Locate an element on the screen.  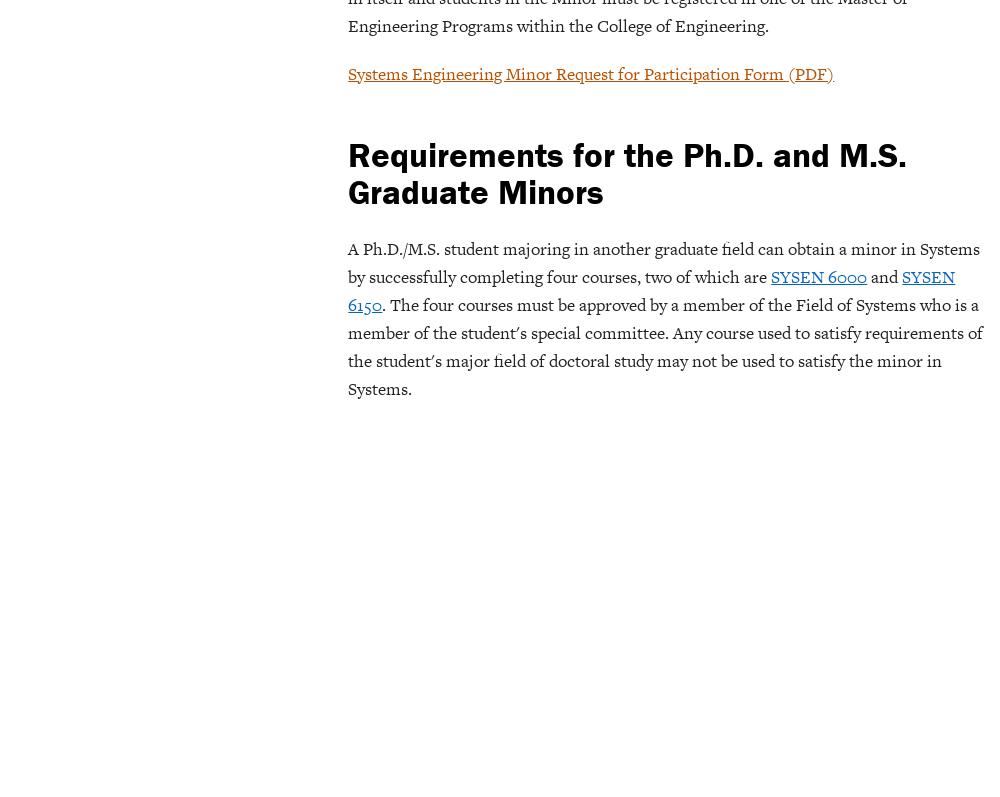
'. The four courses must be approved by a member of the Field of Systems who is a member of the student's special committee. Any course used to satisfy requirements of the student's major field of doctoral study may not be used to satisfy the minor in Systems.' is located at coordinates (665, 347).